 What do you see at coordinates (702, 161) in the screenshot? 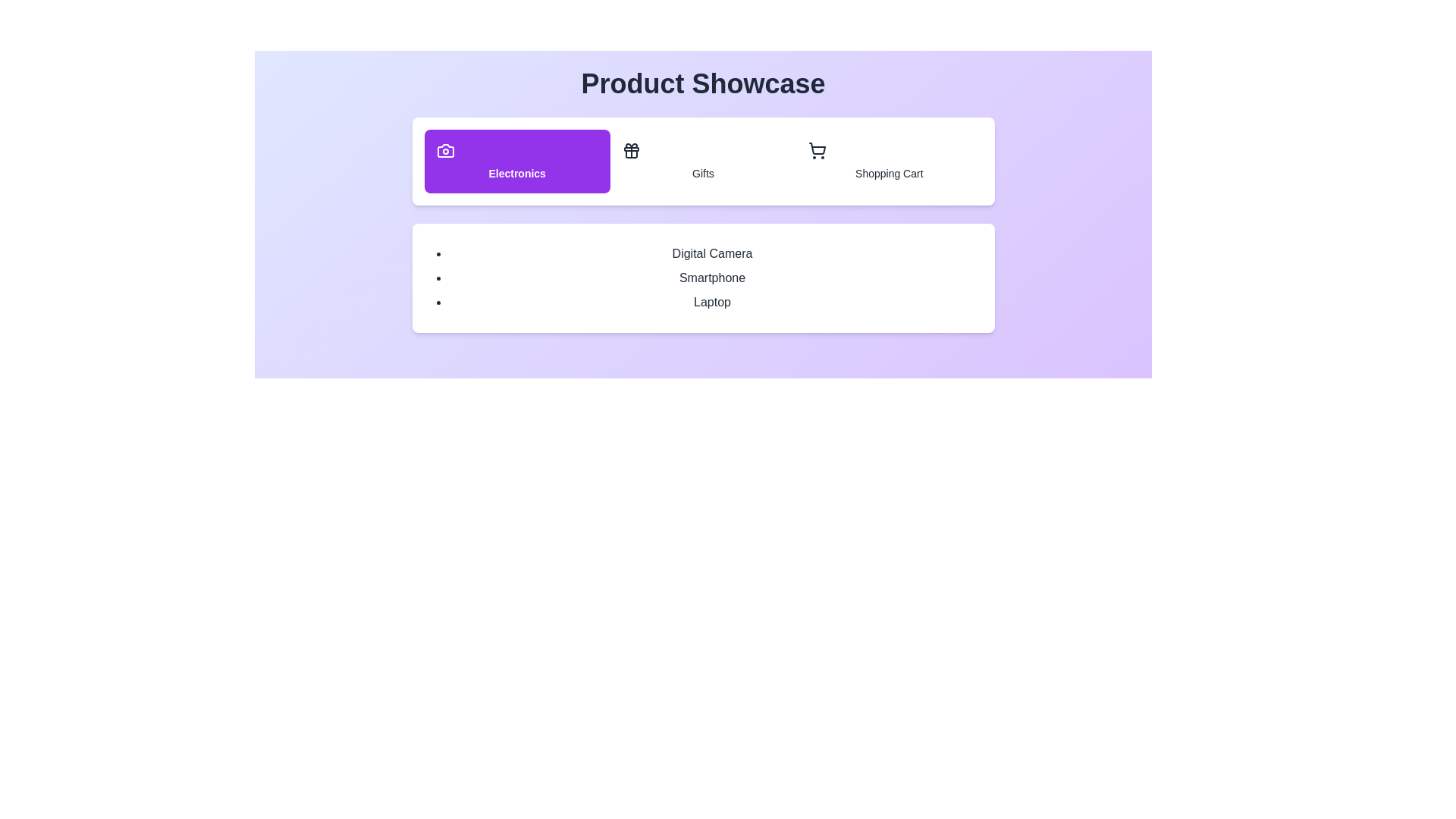
I see `the middle navigation button located between 'Electronics' and 'Shopping Cart'` at bounding box center [702, 161].